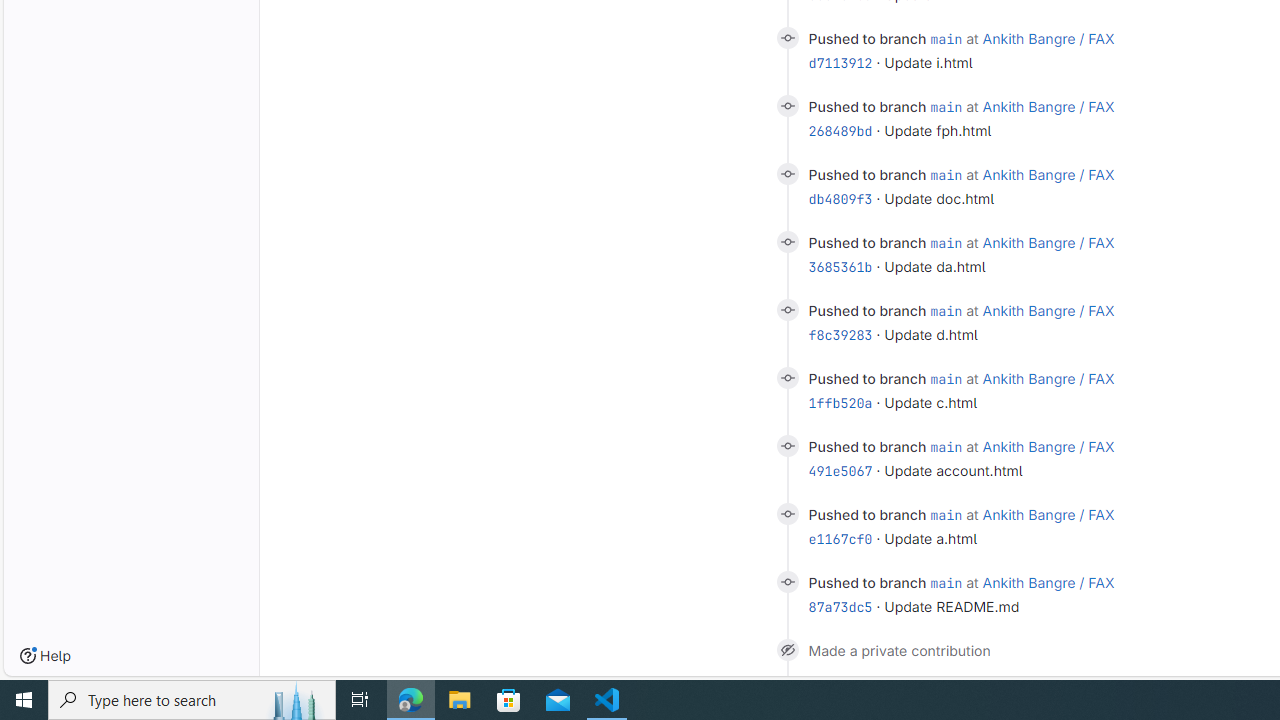 Image resolution: width=1280 pixels, height=720 pixels. What do you see at coordinates (840, 61) in the screenshot?
I see `'d7113912'` at bounding box center [840, 61].